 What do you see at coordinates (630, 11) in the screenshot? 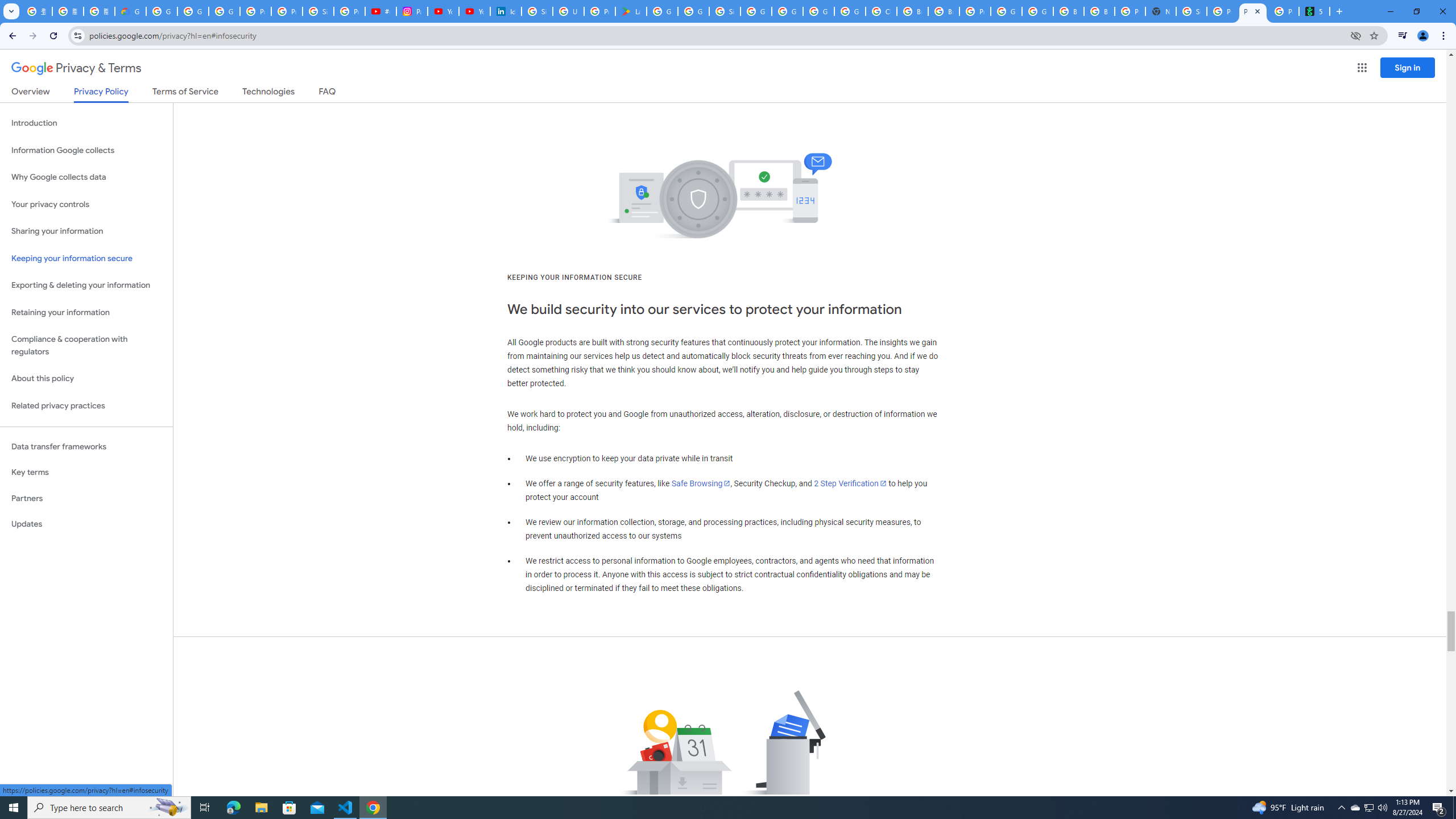
I see `'Last Shelter: Survival - Apps on Google Play'` at bounding box center [630, 11].